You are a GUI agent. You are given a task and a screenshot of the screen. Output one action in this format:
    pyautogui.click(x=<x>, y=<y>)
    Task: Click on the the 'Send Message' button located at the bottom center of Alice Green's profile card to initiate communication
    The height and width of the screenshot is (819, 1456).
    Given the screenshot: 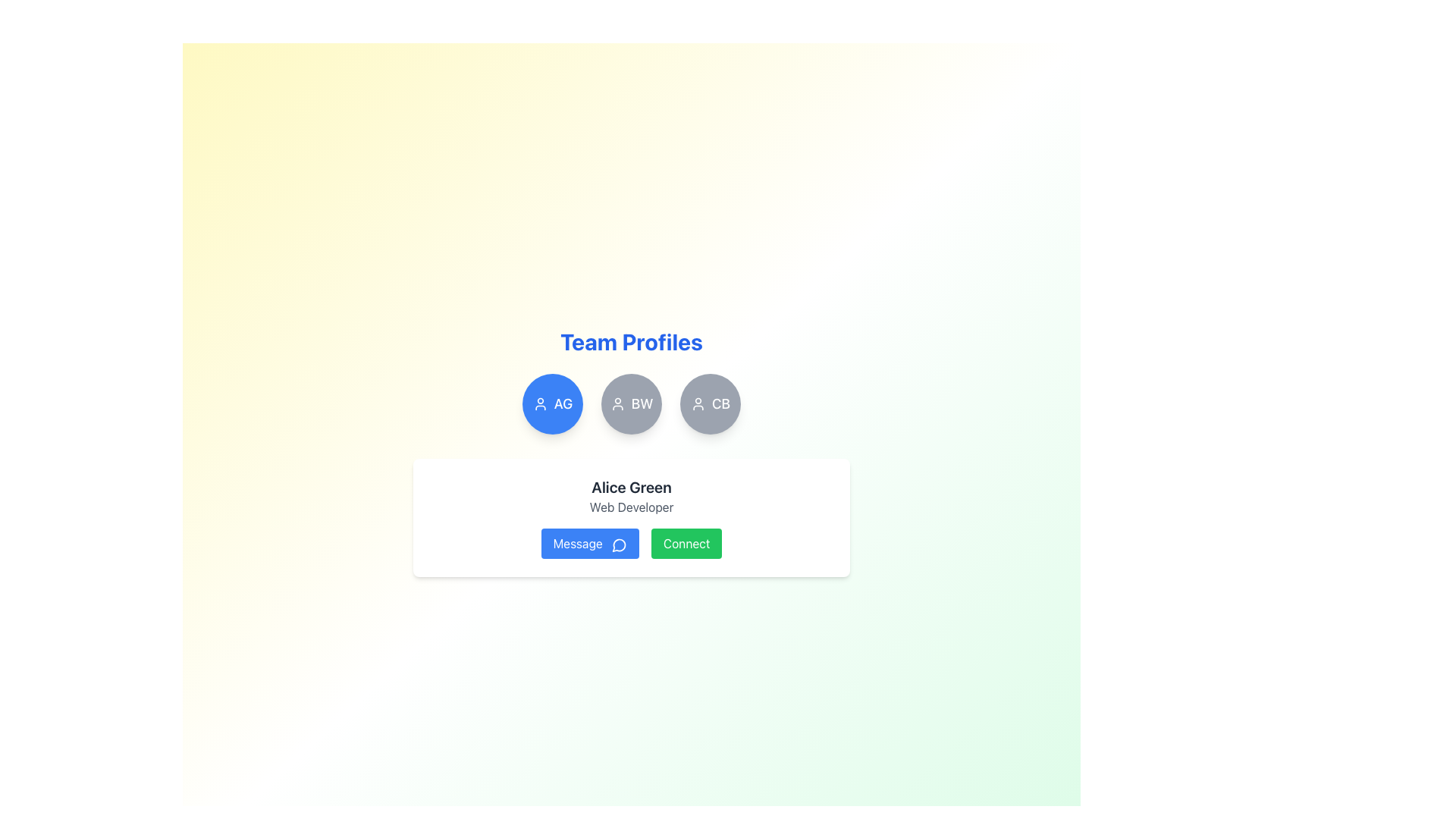 What is the action you would take?
    pyautogui.click(x=632, y=543)
    